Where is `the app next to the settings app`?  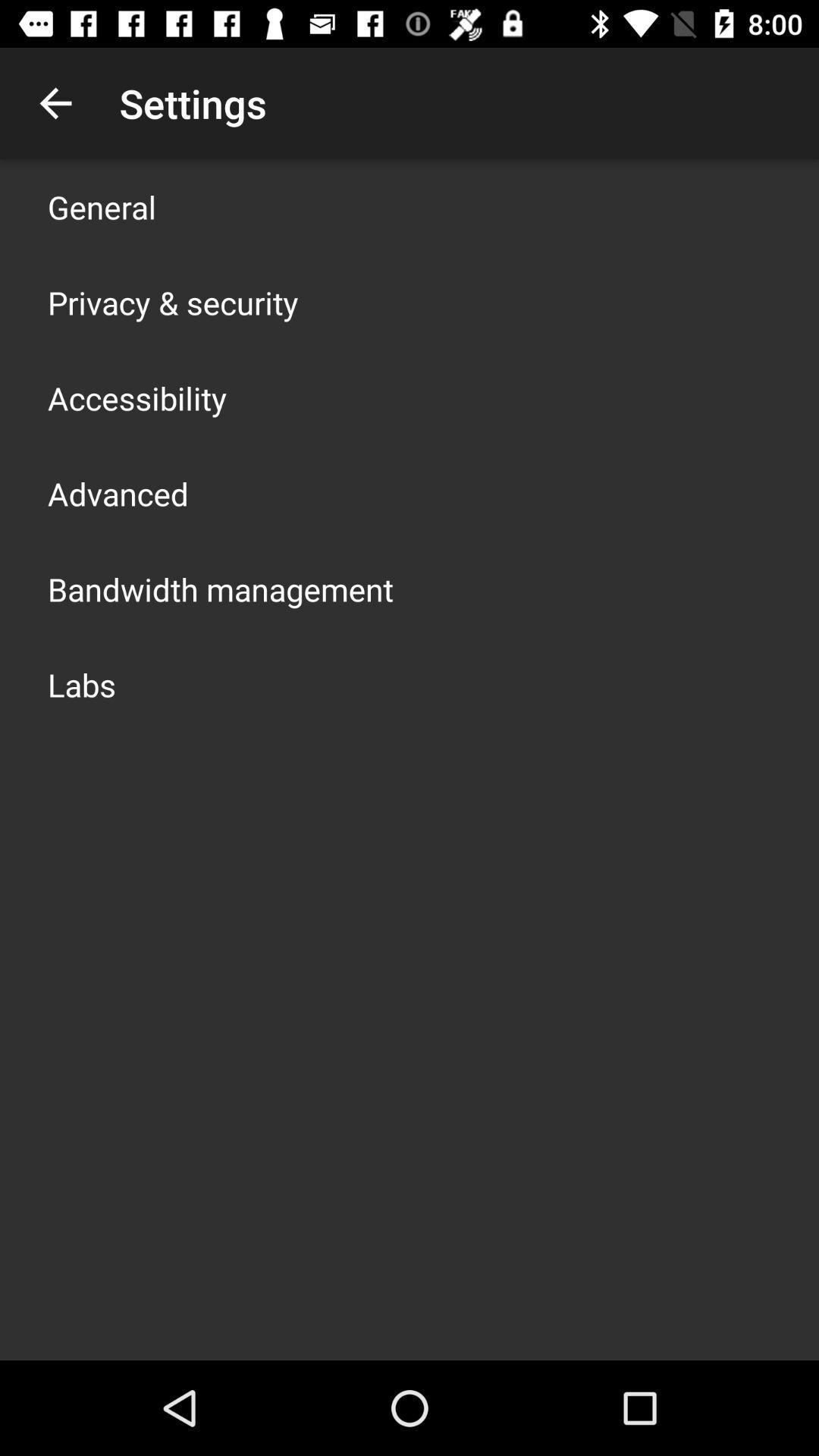
the app next to the settings app is located at coordinates (55, 102).